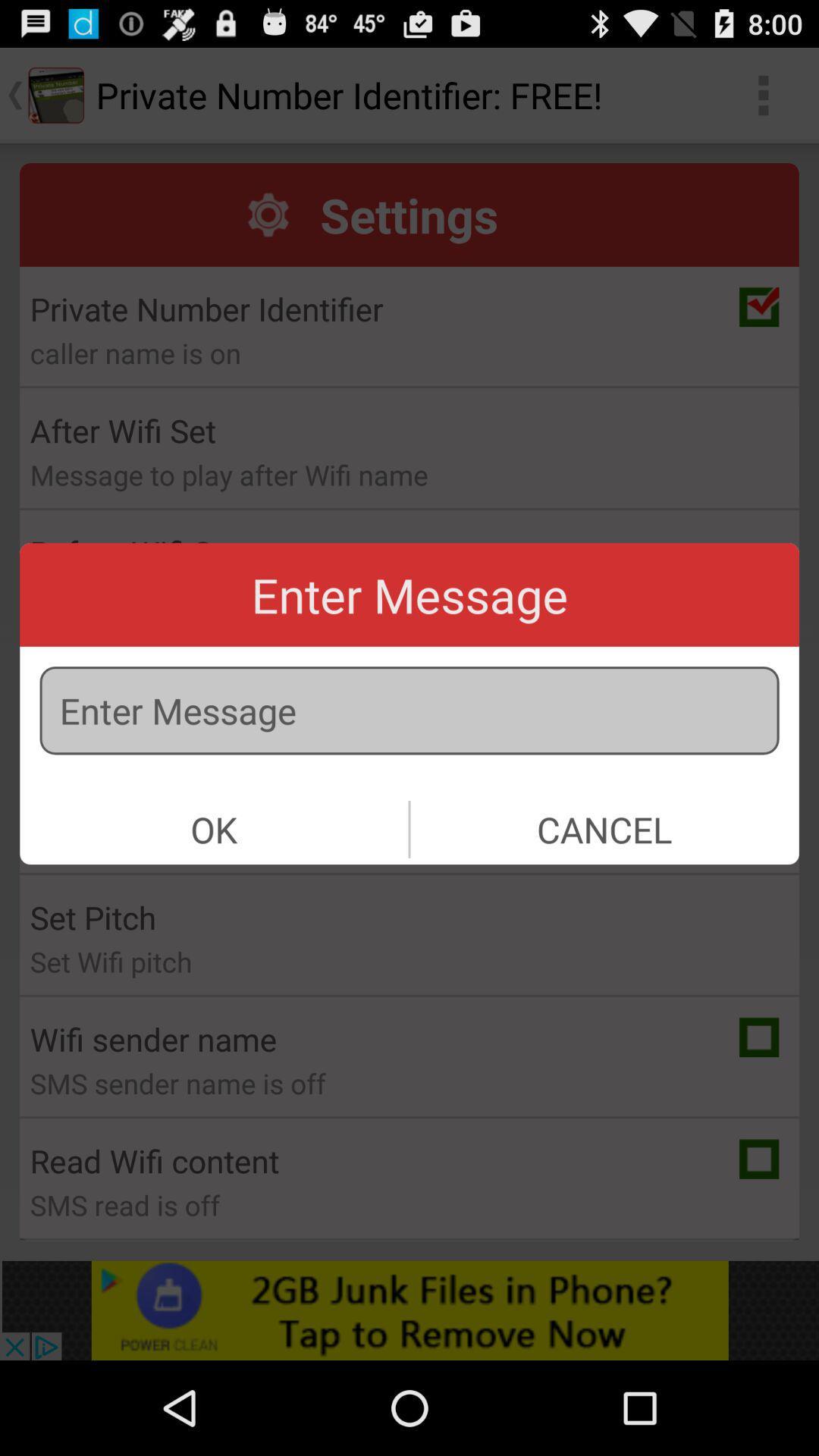 The width and height of the screenshot is (819, 1456). I want to click on message text box, so click(409, 710).